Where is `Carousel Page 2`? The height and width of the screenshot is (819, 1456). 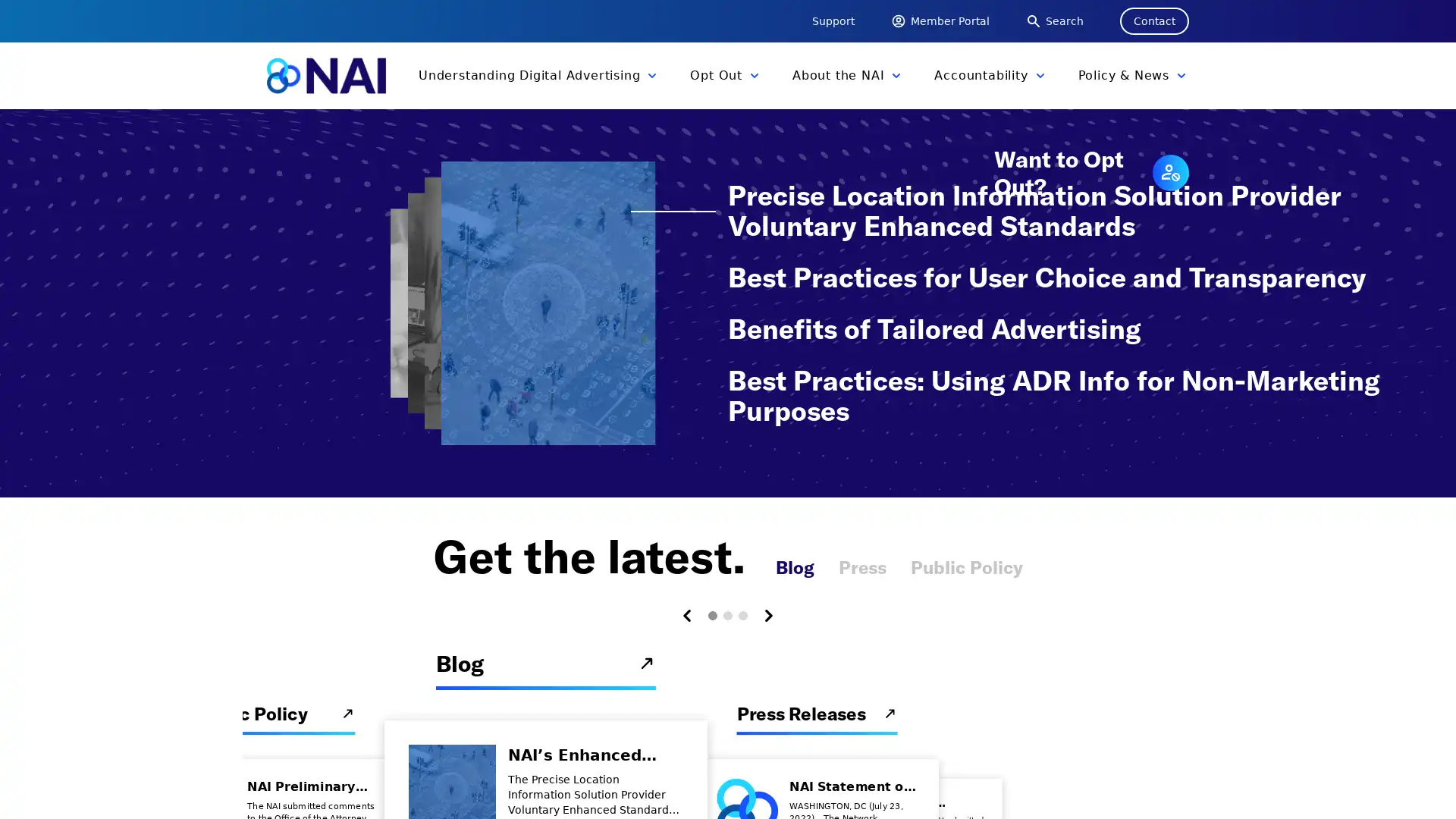
Carousel Page 2 is located at coordinates (728, 616).